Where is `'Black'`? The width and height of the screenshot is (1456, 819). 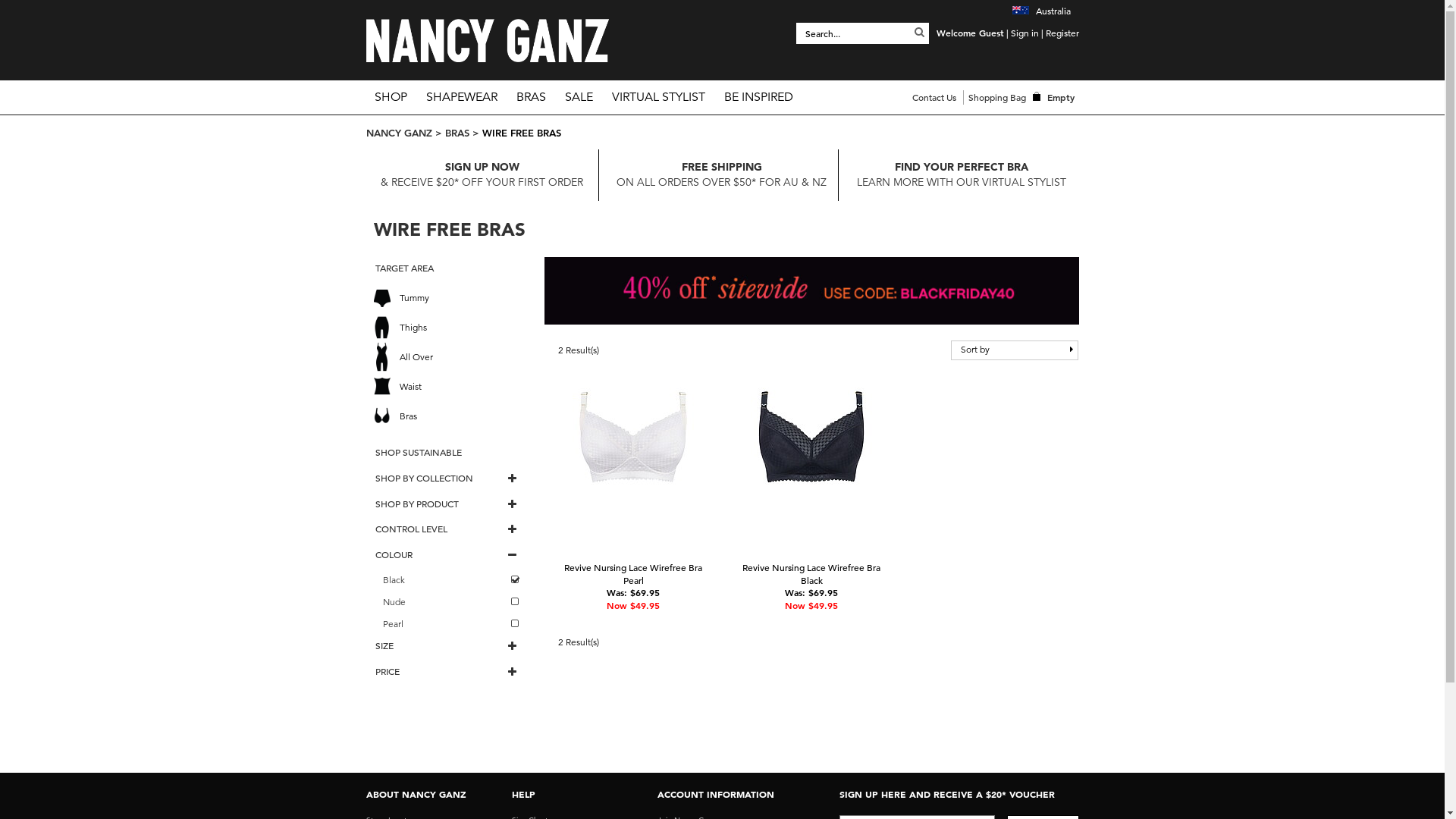
'Black' is located at coordinates (450, 580).